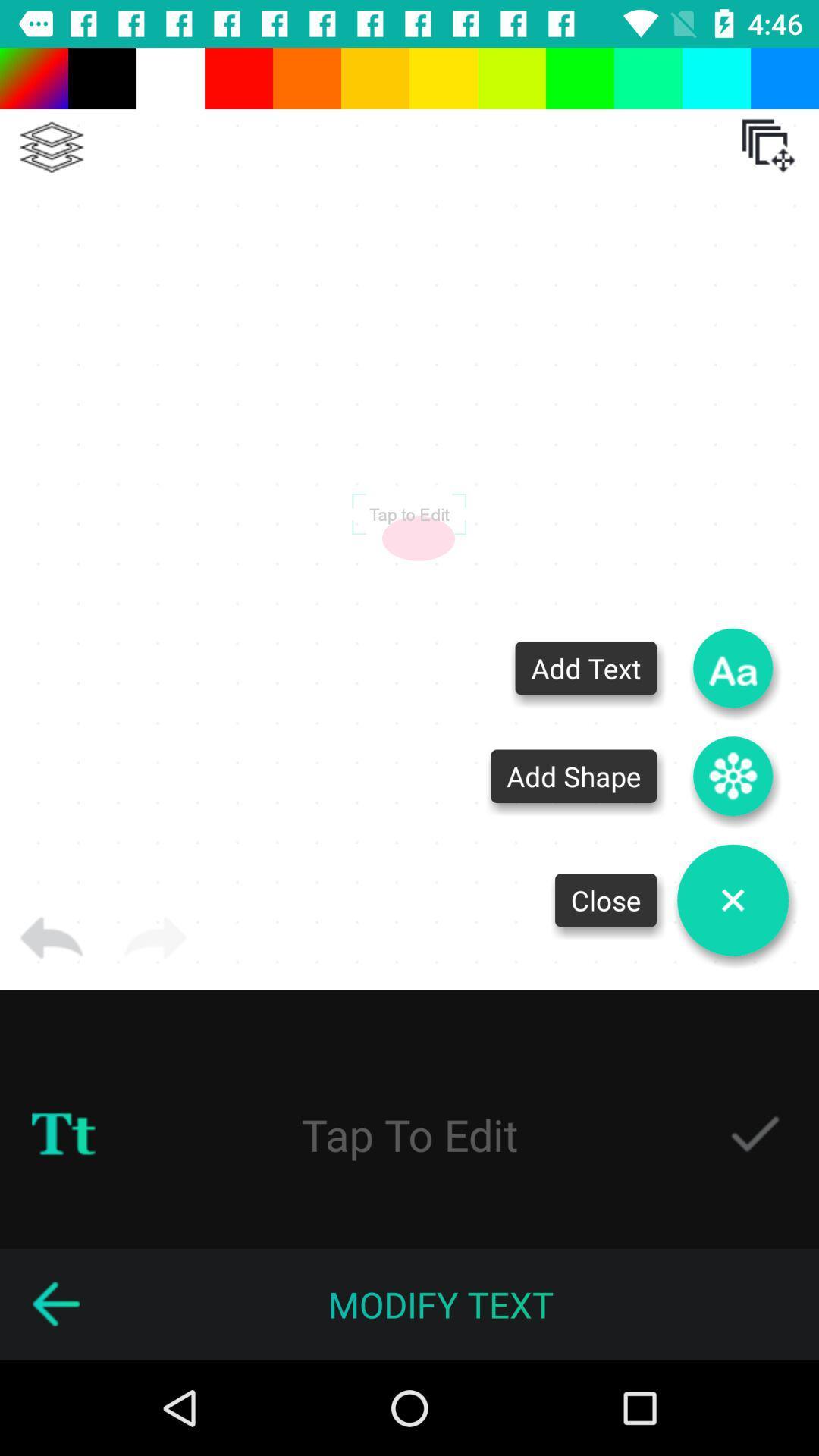 The width and height of the screenshot is (819, 1456). I want to click on previous page, so click(55, 1304).